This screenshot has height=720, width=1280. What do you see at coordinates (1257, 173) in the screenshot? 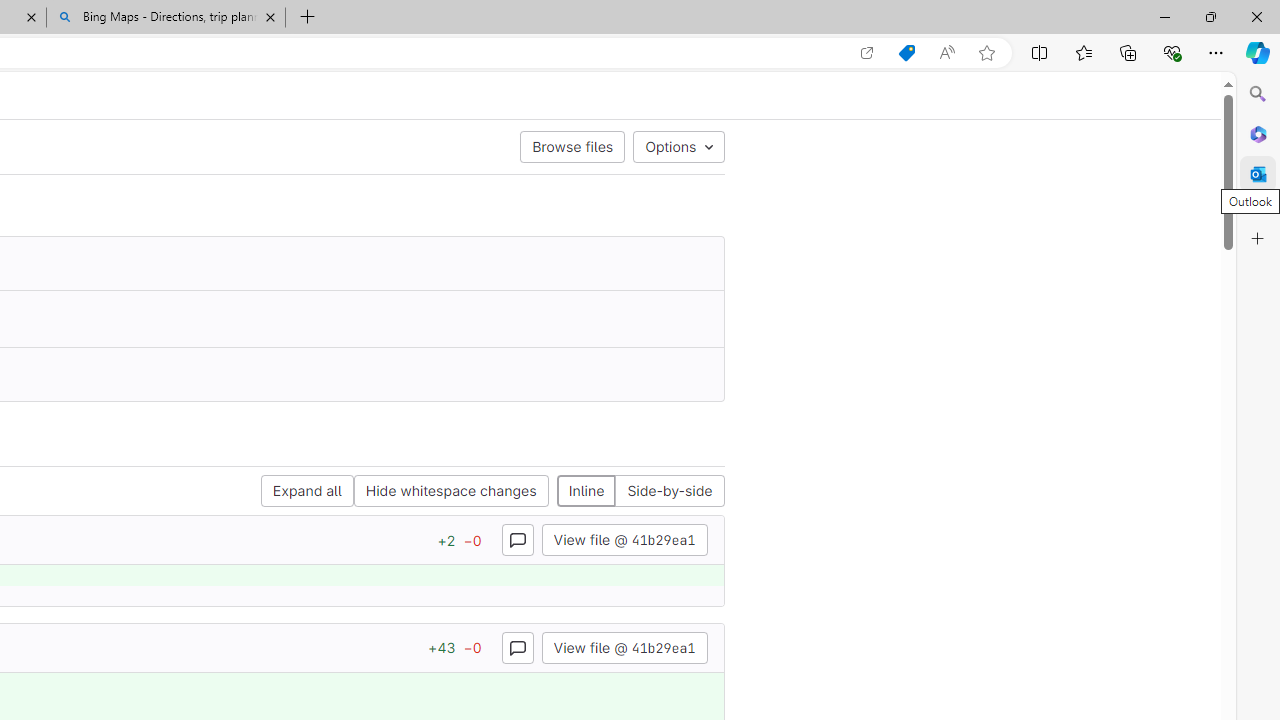
I see `'Outlook'` at bounding box center [1257, 173].